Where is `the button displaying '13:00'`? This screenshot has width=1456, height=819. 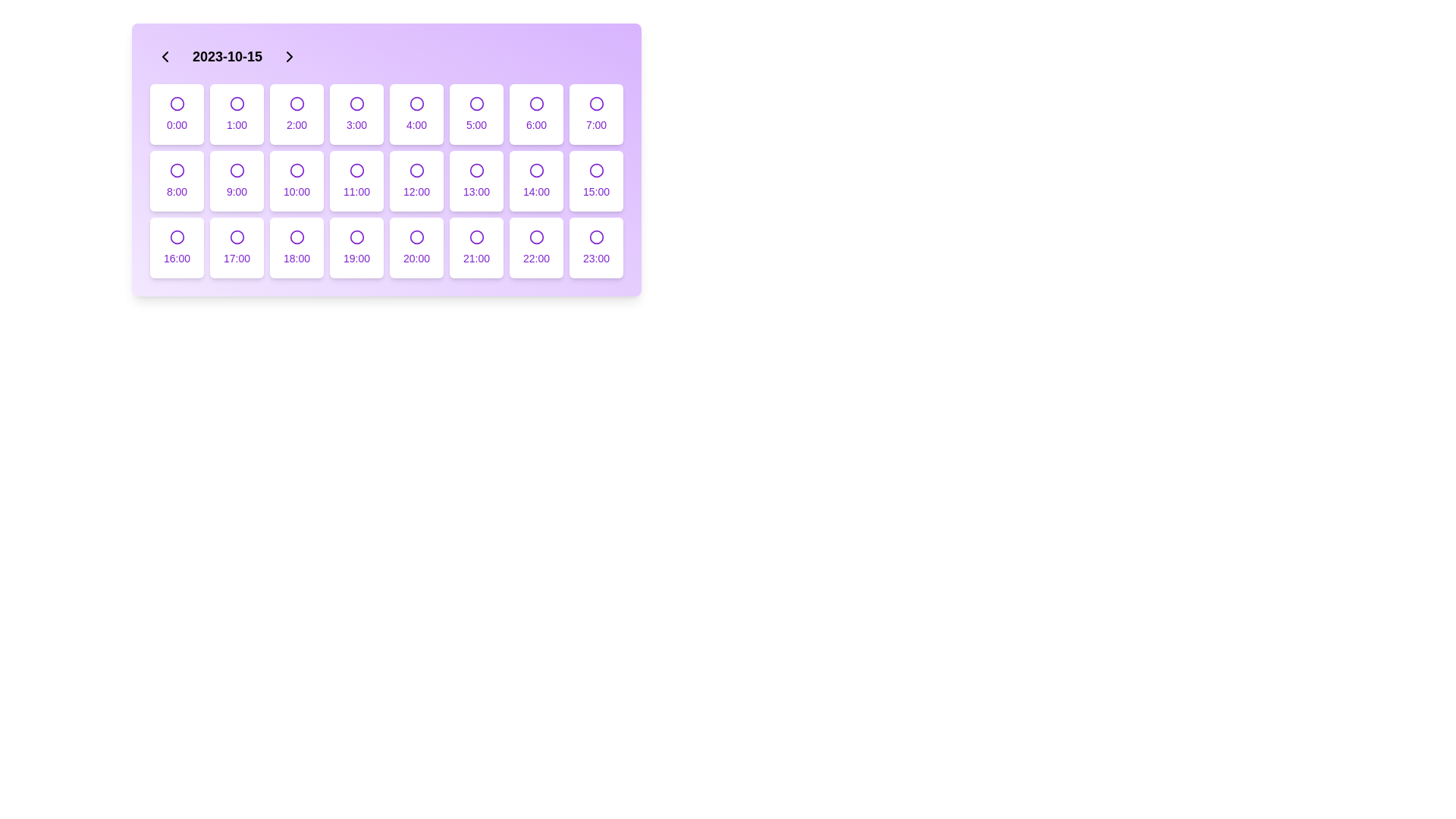
the button displaying '13:00' is located at coordinates (475, 180).